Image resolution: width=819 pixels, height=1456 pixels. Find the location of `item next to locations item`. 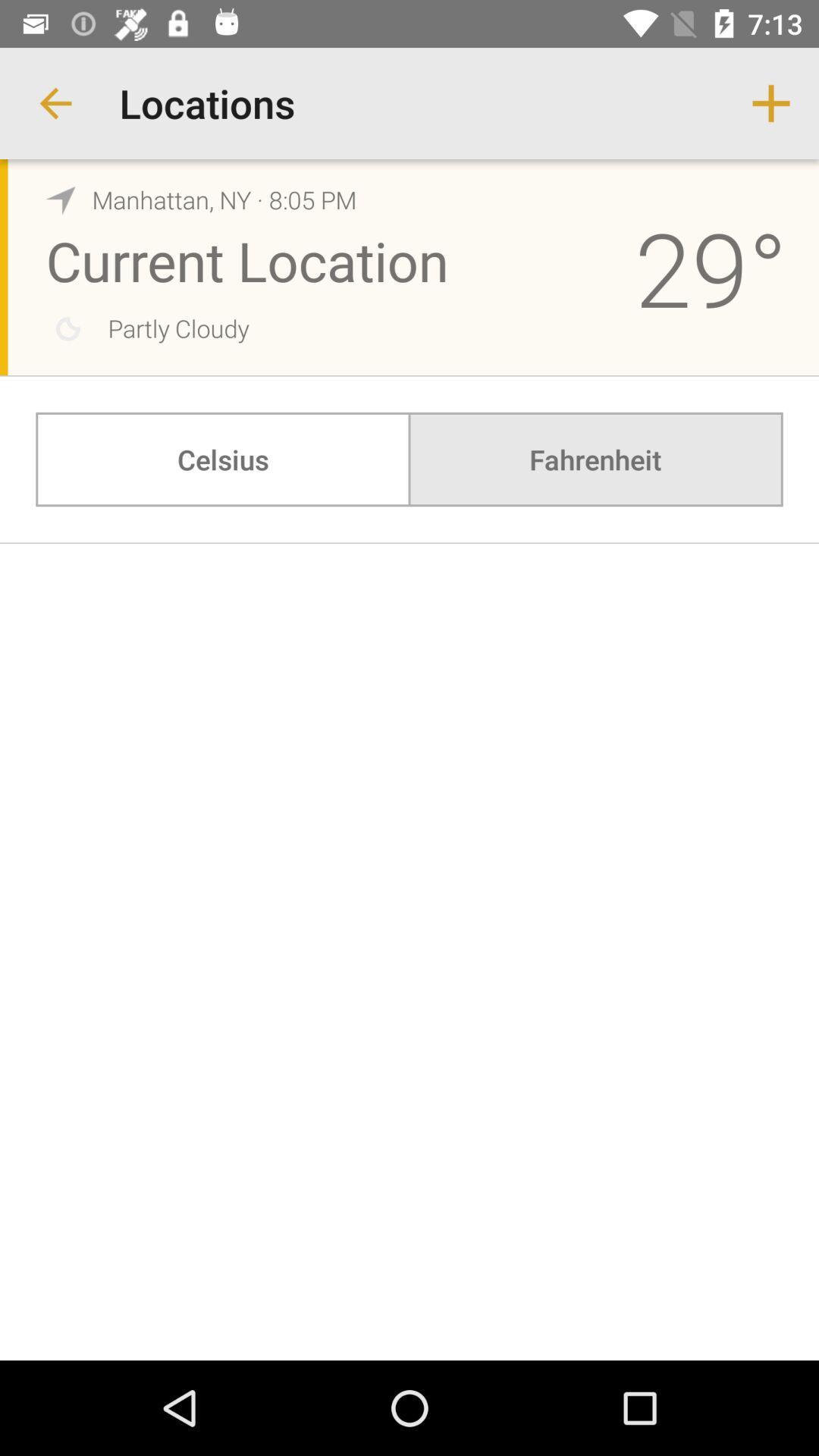

item next to locations item is located at coordinates (771, 102).